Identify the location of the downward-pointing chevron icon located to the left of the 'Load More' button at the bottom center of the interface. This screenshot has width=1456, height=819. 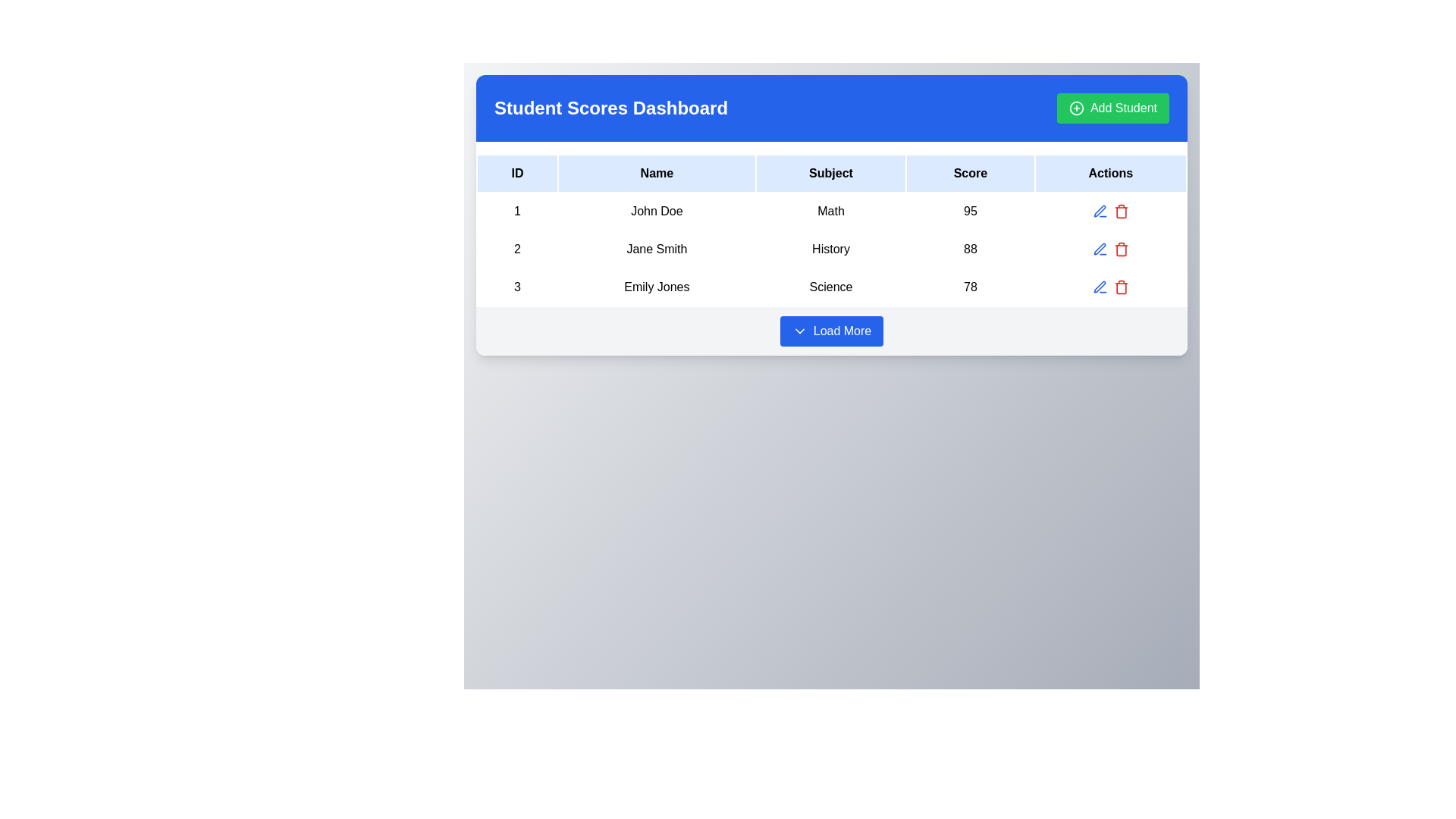
(799, 330).